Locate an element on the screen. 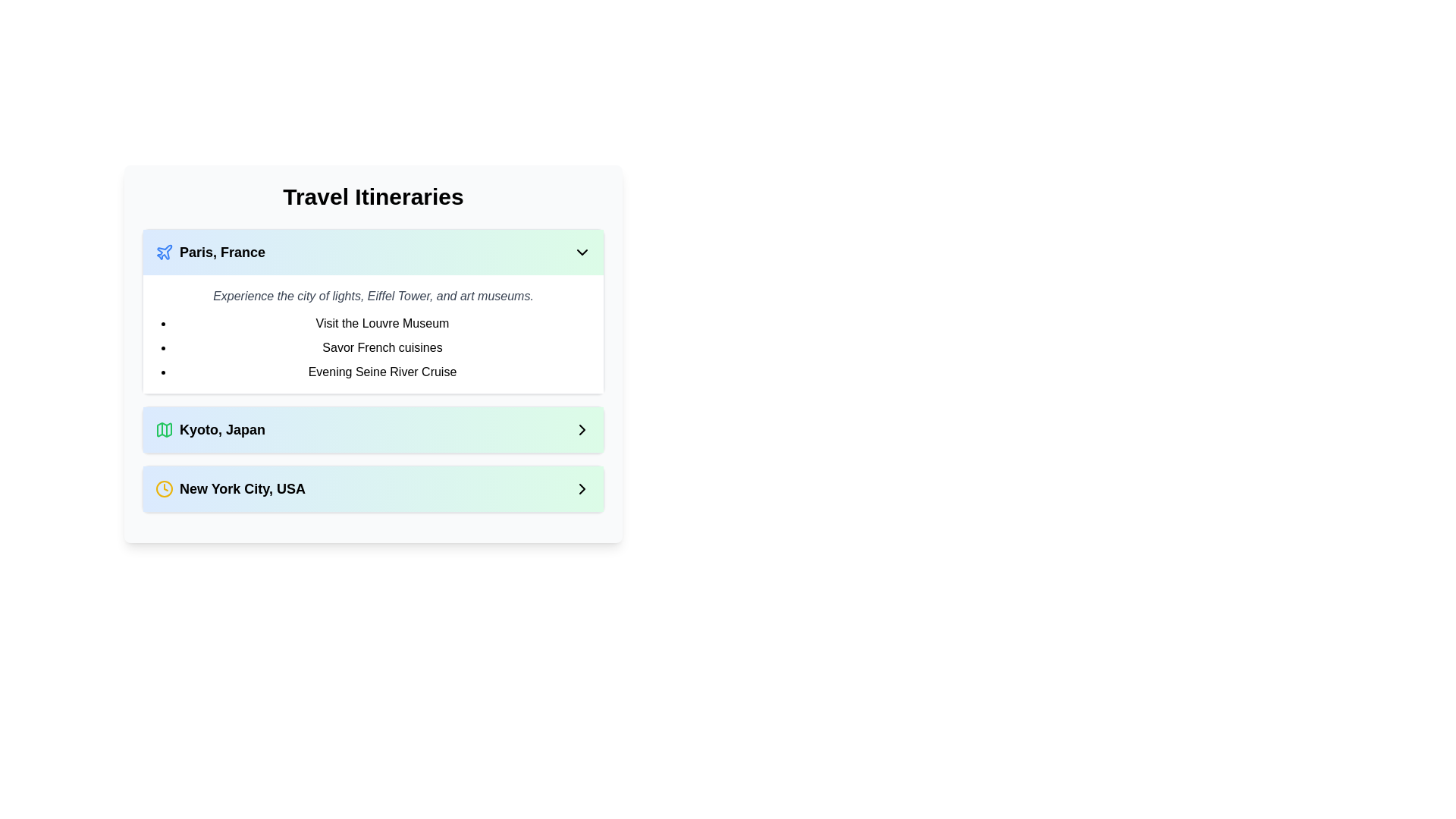 Image resolution: width=1456 pixels, height=819 pixels. the chevron icon located on the rightmost side of the 'Kyoto, Japan' button for a visual effect is located at coordinates (582, 430).